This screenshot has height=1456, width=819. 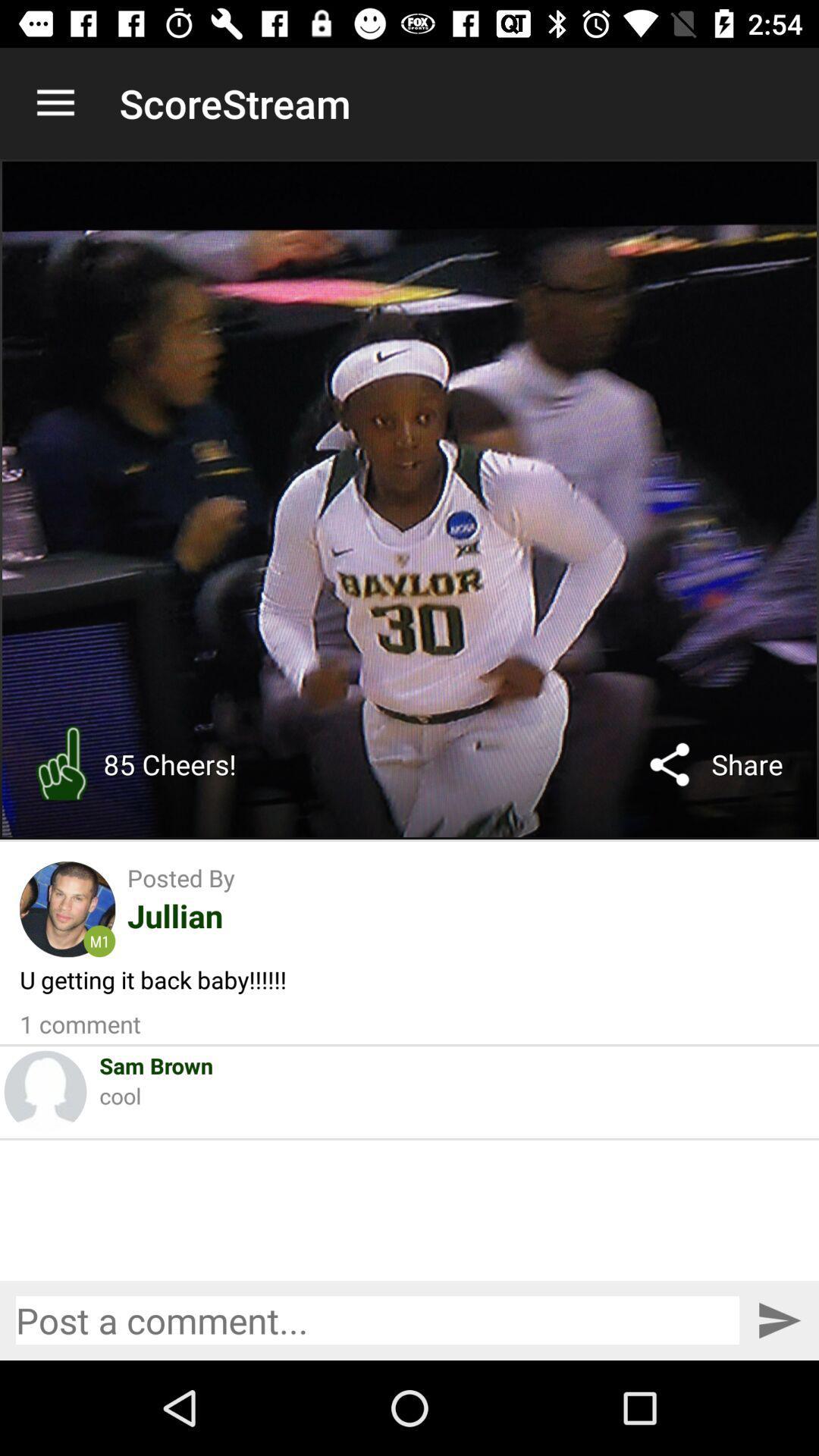 What do you see at coordinates (99, 940) in the screenshot?
I see `m1 item` at bounding box center [99, 940].